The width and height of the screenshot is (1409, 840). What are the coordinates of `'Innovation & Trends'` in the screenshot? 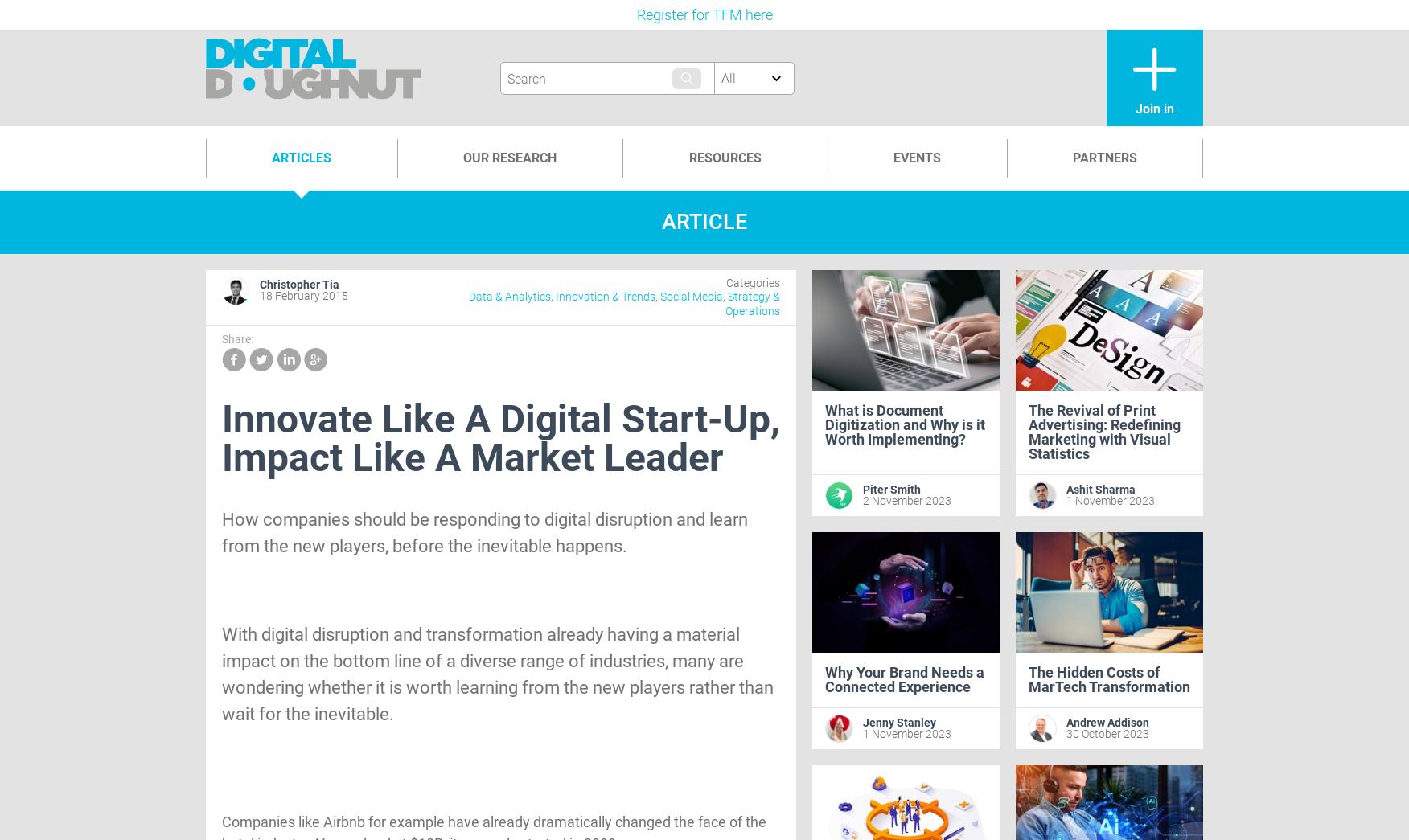 It's located at (554, 295).